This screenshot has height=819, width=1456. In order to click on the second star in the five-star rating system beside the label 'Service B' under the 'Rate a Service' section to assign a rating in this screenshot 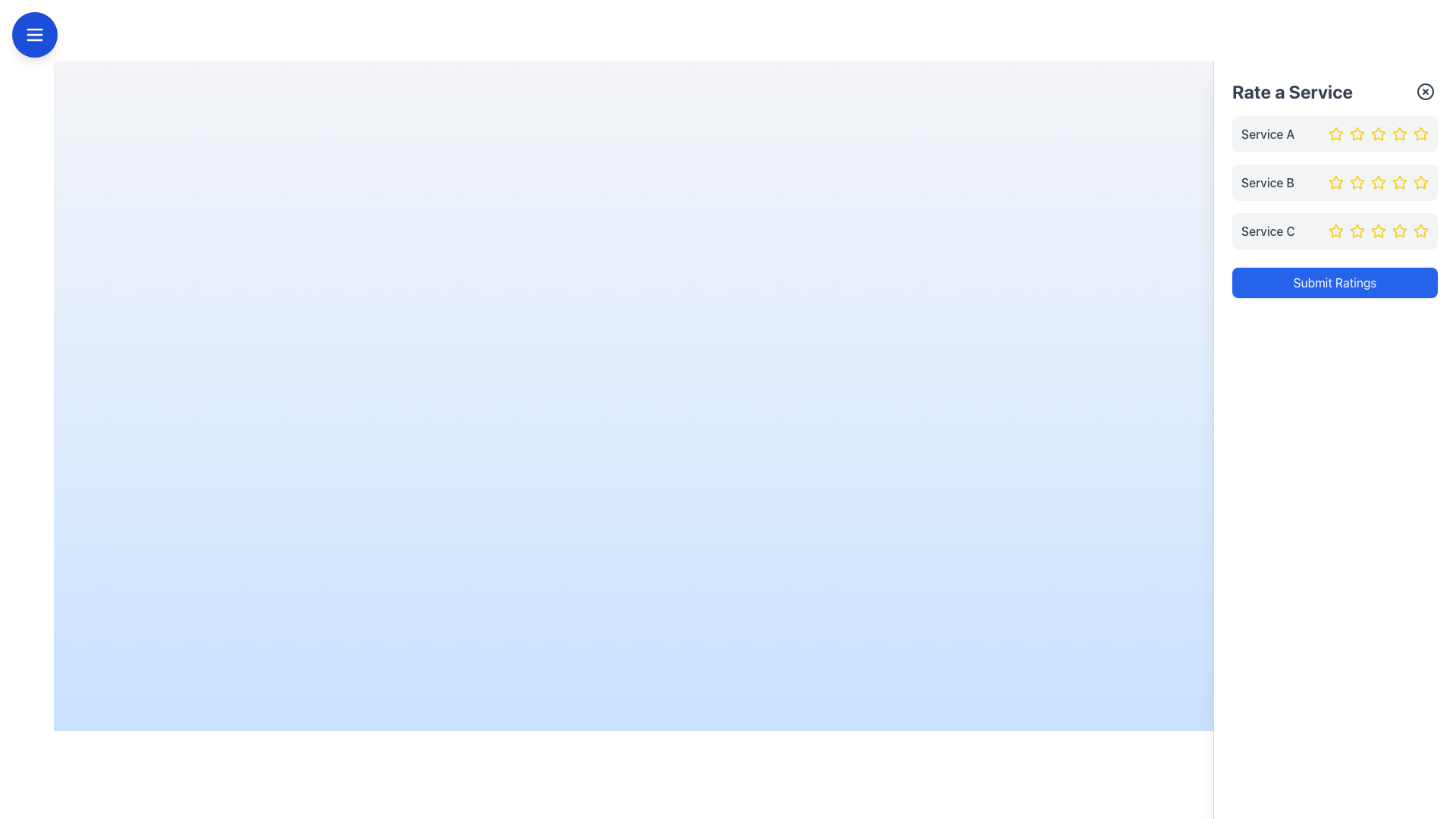, I will do `click(1357, 181)`.